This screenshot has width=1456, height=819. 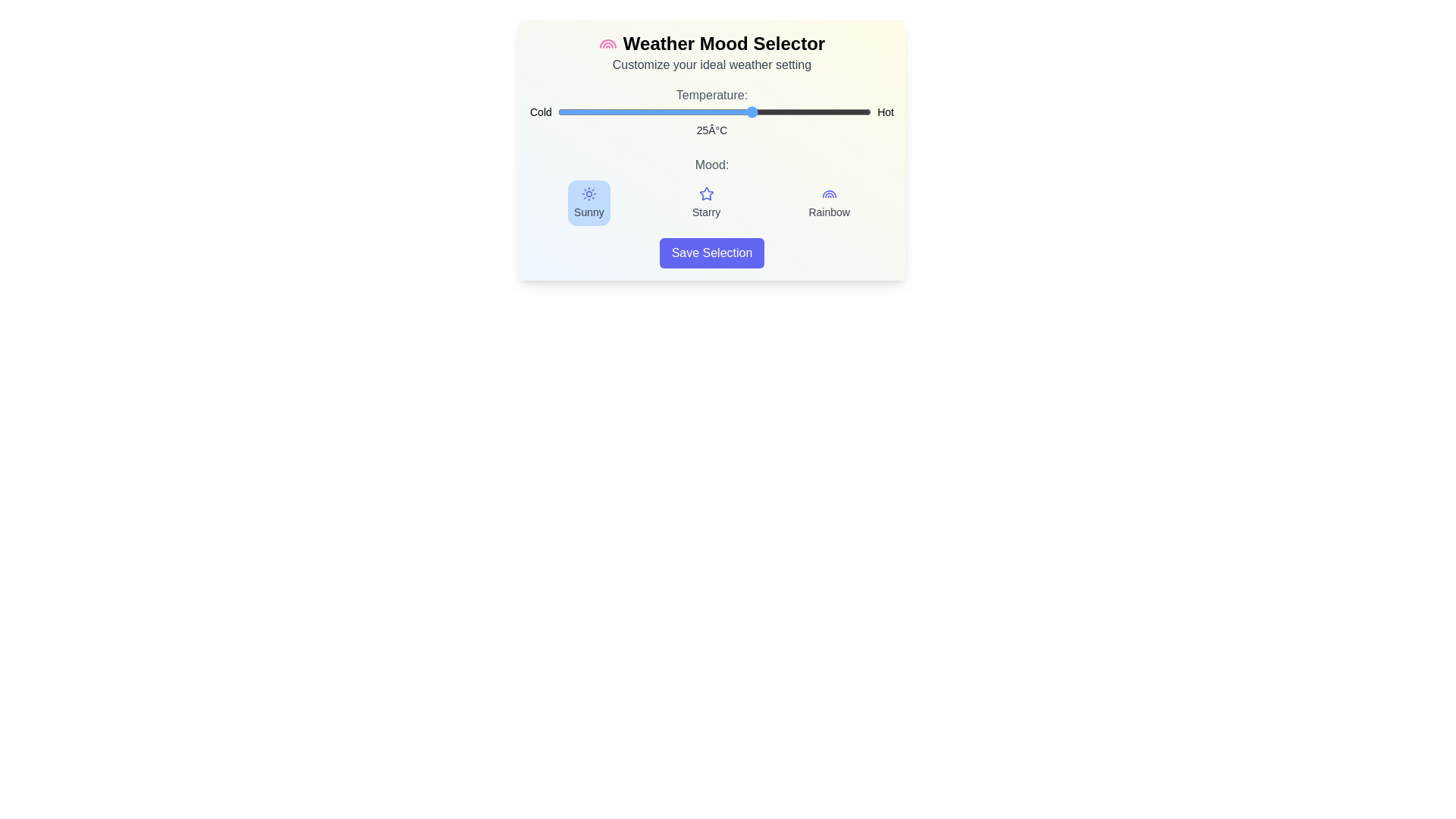 What do you see at coordinates (711, 253) in the screenshot?
I see `'Save Selection' button to register the settings` at bounding box center [711, 253].